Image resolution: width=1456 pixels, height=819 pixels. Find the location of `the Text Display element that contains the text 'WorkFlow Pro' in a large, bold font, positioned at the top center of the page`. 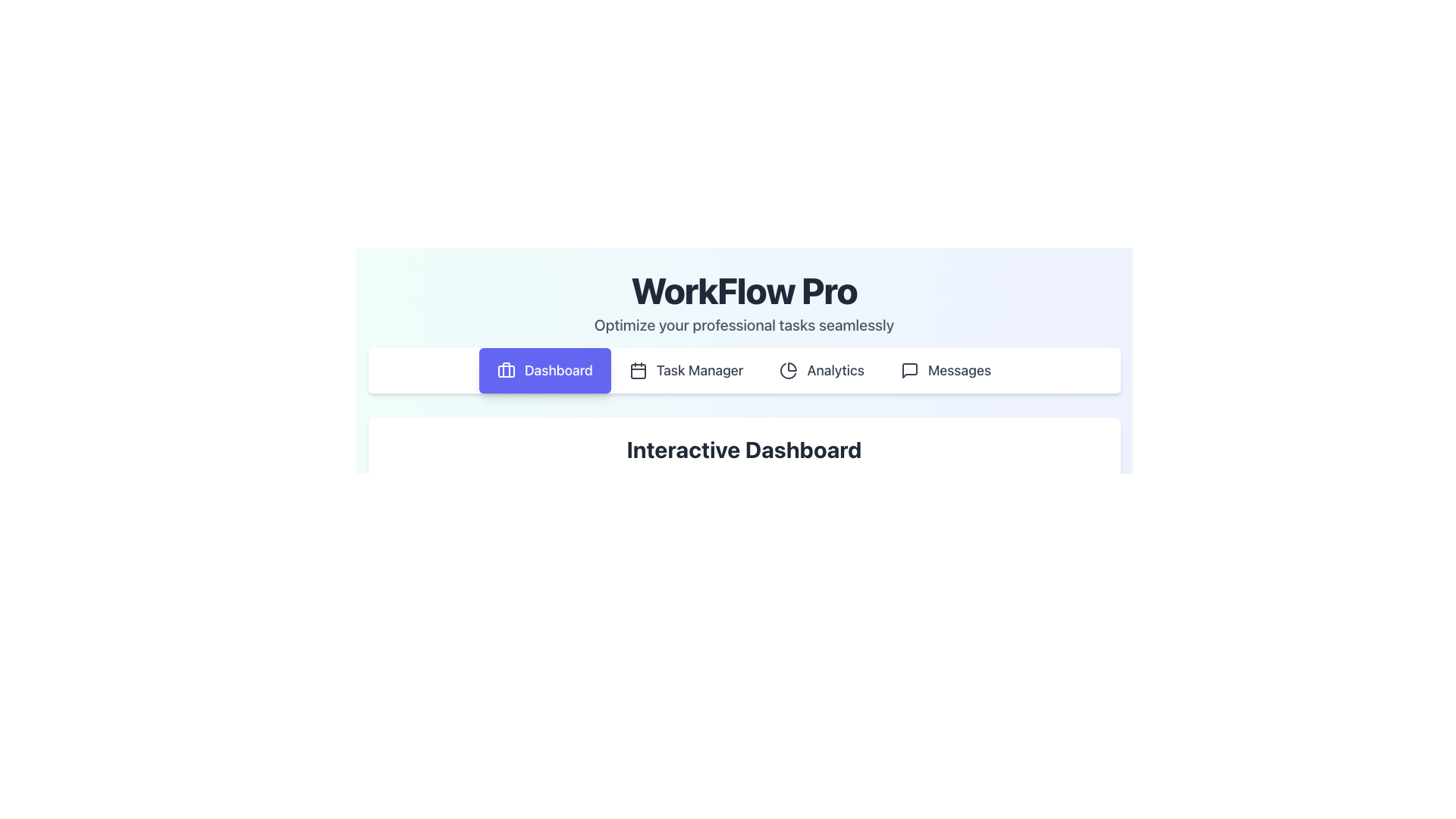

the Text Display element that contains the text 'WorkFlow Pro' in a large, bold font, positioned at the top center of the page is located at coordinates (744, 290).